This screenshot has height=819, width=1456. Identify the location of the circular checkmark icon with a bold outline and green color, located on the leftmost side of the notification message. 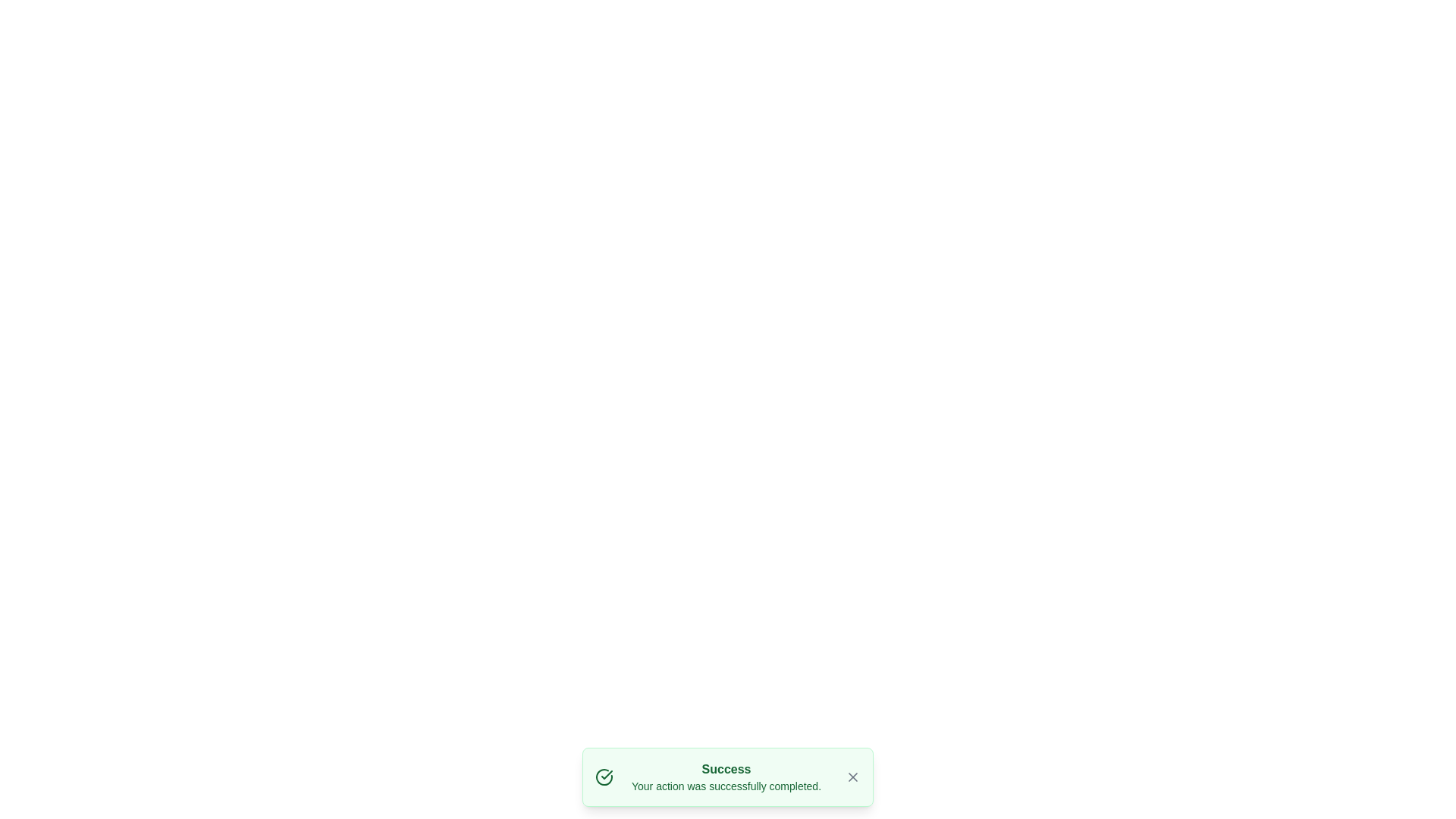
(603, 777).